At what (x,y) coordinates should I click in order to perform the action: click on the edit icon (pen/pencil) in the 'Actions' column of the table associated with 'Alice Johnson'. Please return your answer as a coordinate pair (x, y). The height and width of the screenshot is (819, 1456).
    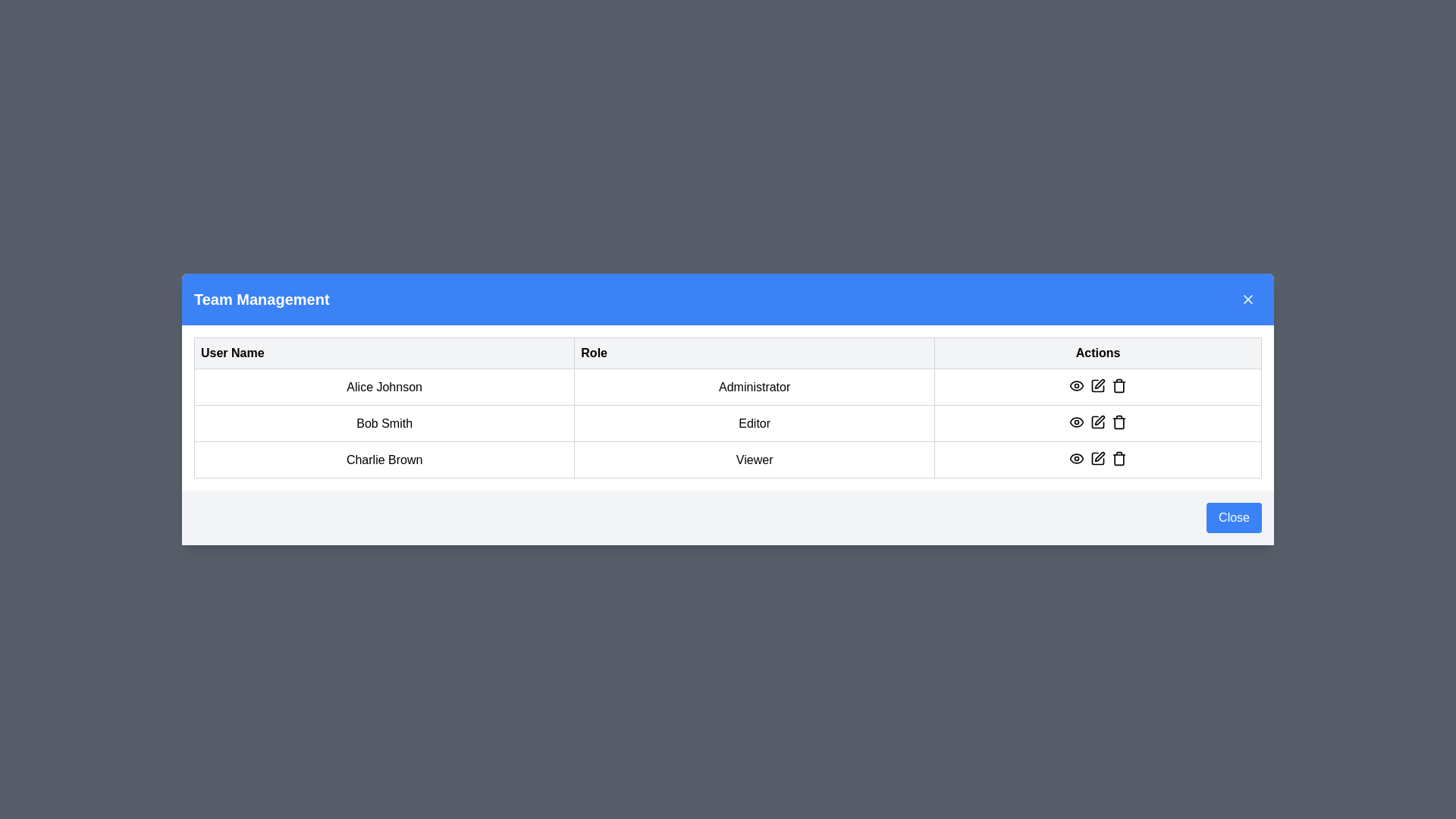
    Looking at the image, I should click on (1100, 383).